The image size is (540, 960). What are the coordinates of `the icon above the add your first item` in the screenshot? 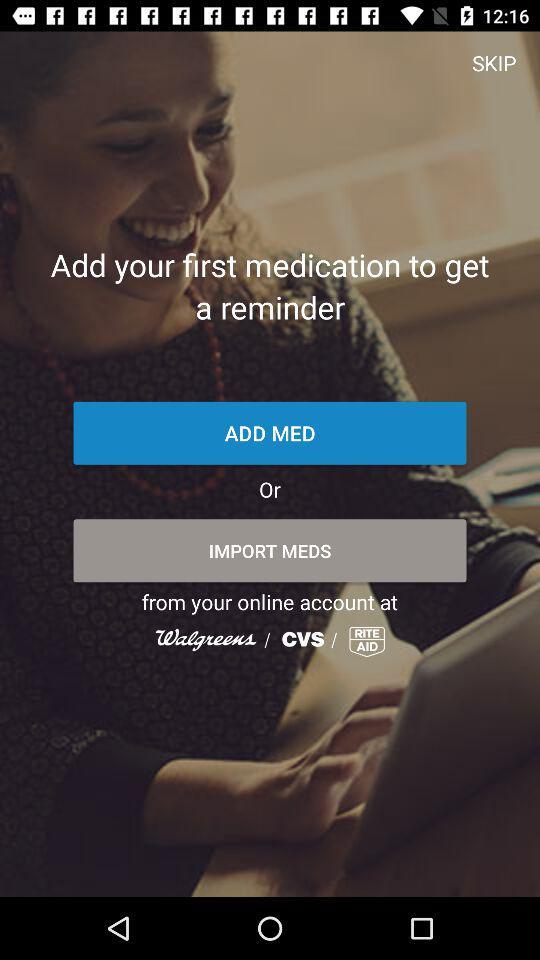 It's located at (493, 62).